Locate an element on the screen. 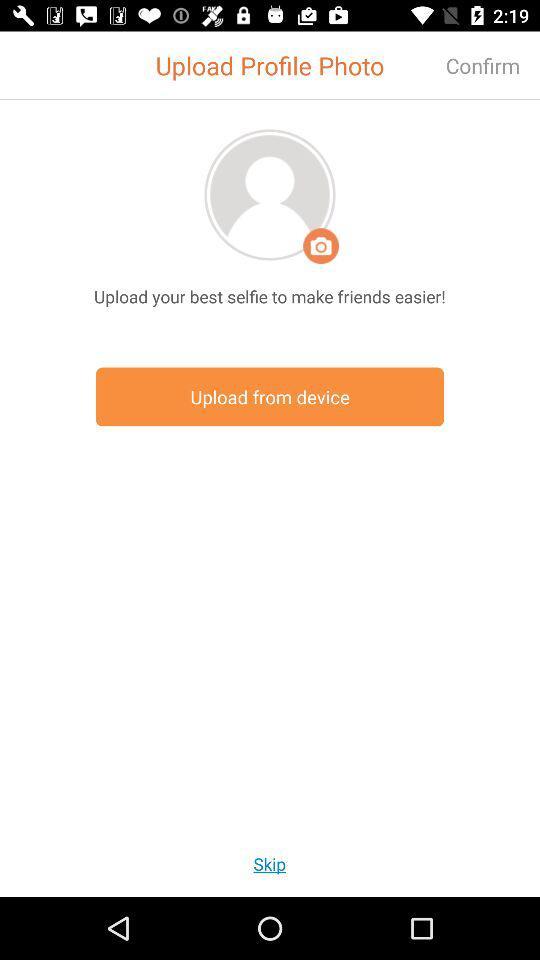 The width and height of the screenshot is (540, 960). upload photo is located at coordinates (270, 194).